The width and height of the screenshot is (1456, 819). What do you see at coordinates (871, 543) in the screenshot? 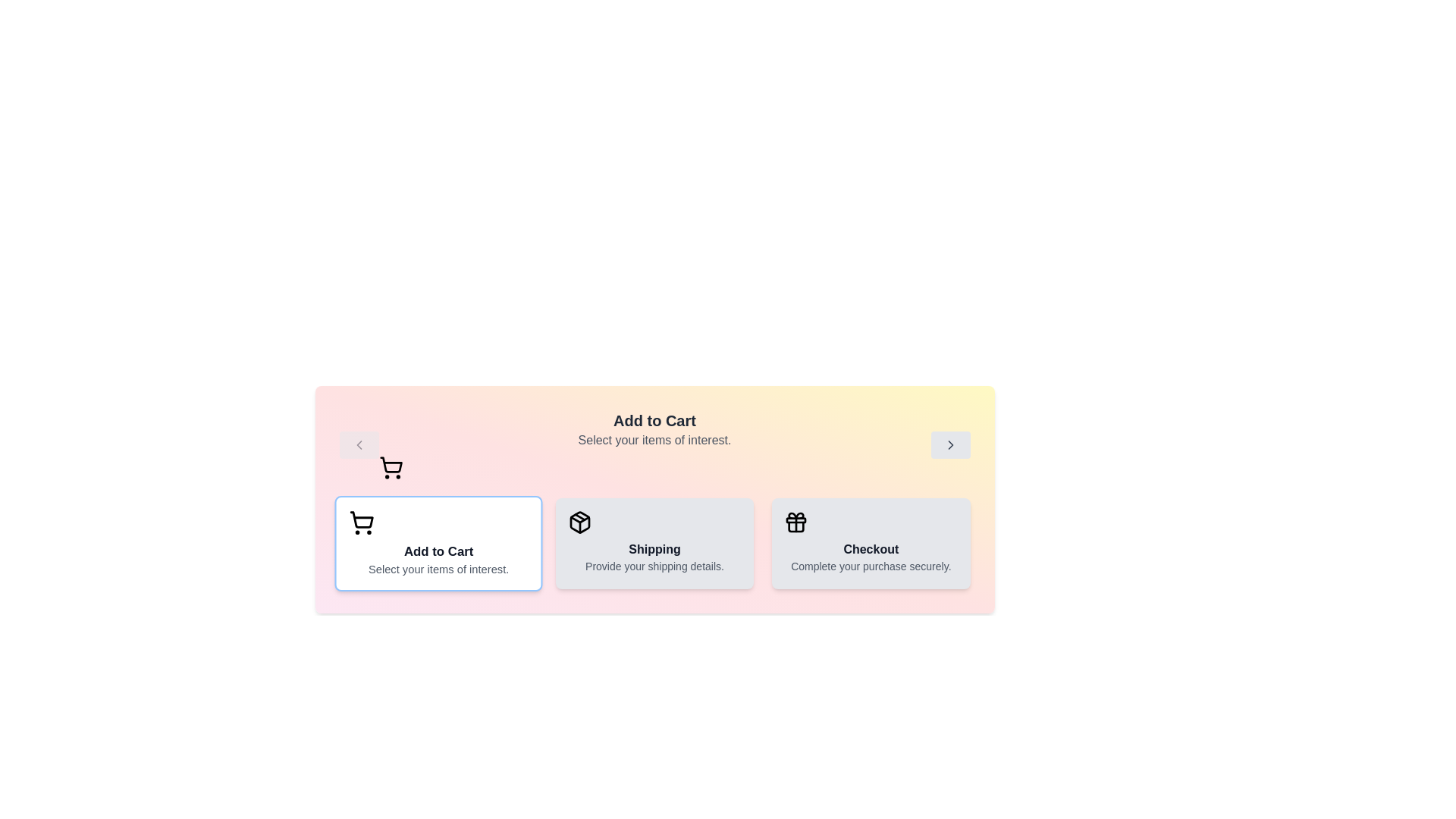
I see `the informational card that presents the 'Checkout' step of the multi-step process, located at the far-right column of the grid layout` at bounding box center [871, 543].